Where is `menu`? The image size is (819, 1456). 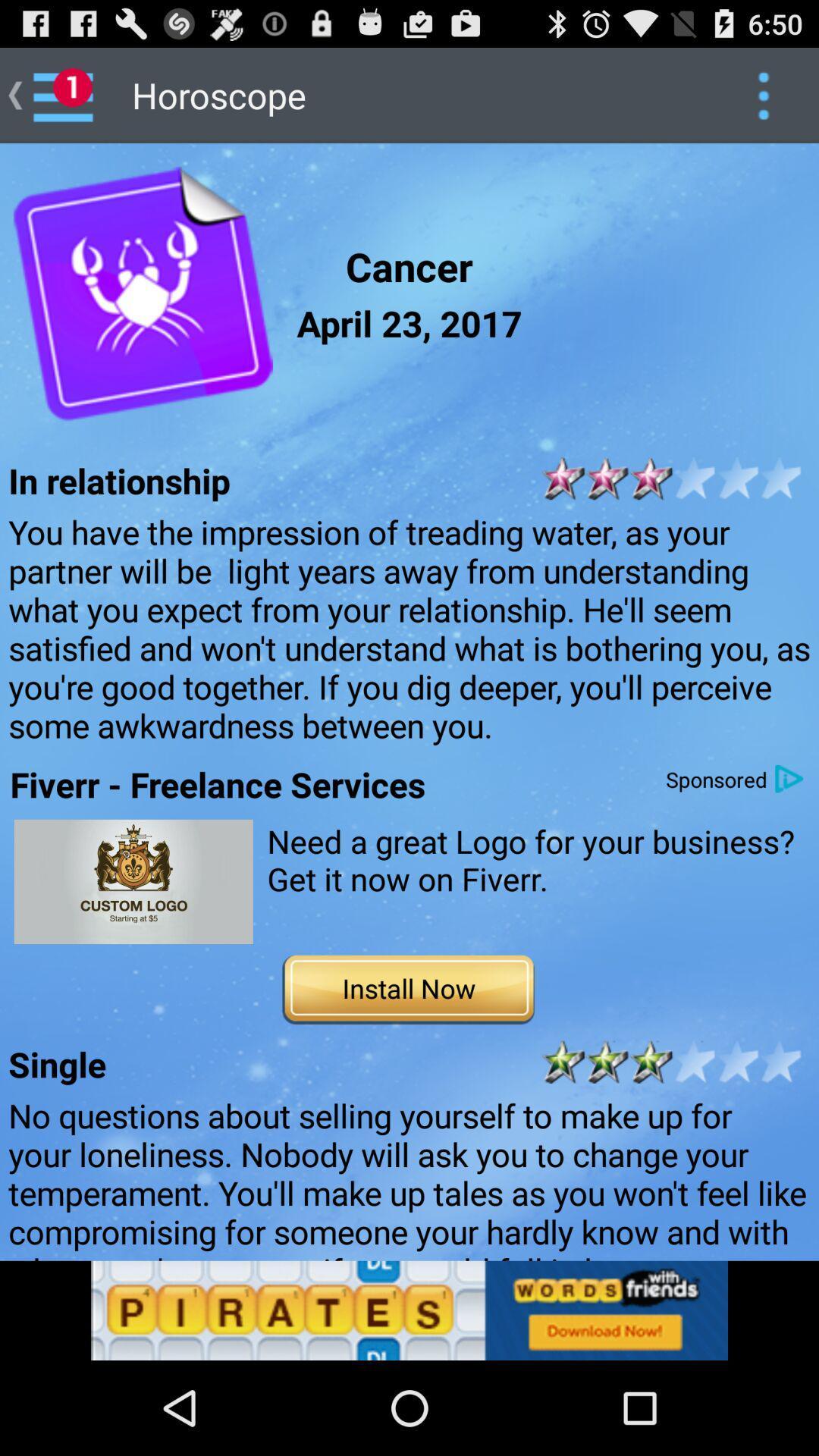
menu is located at coordinates (763, 94).